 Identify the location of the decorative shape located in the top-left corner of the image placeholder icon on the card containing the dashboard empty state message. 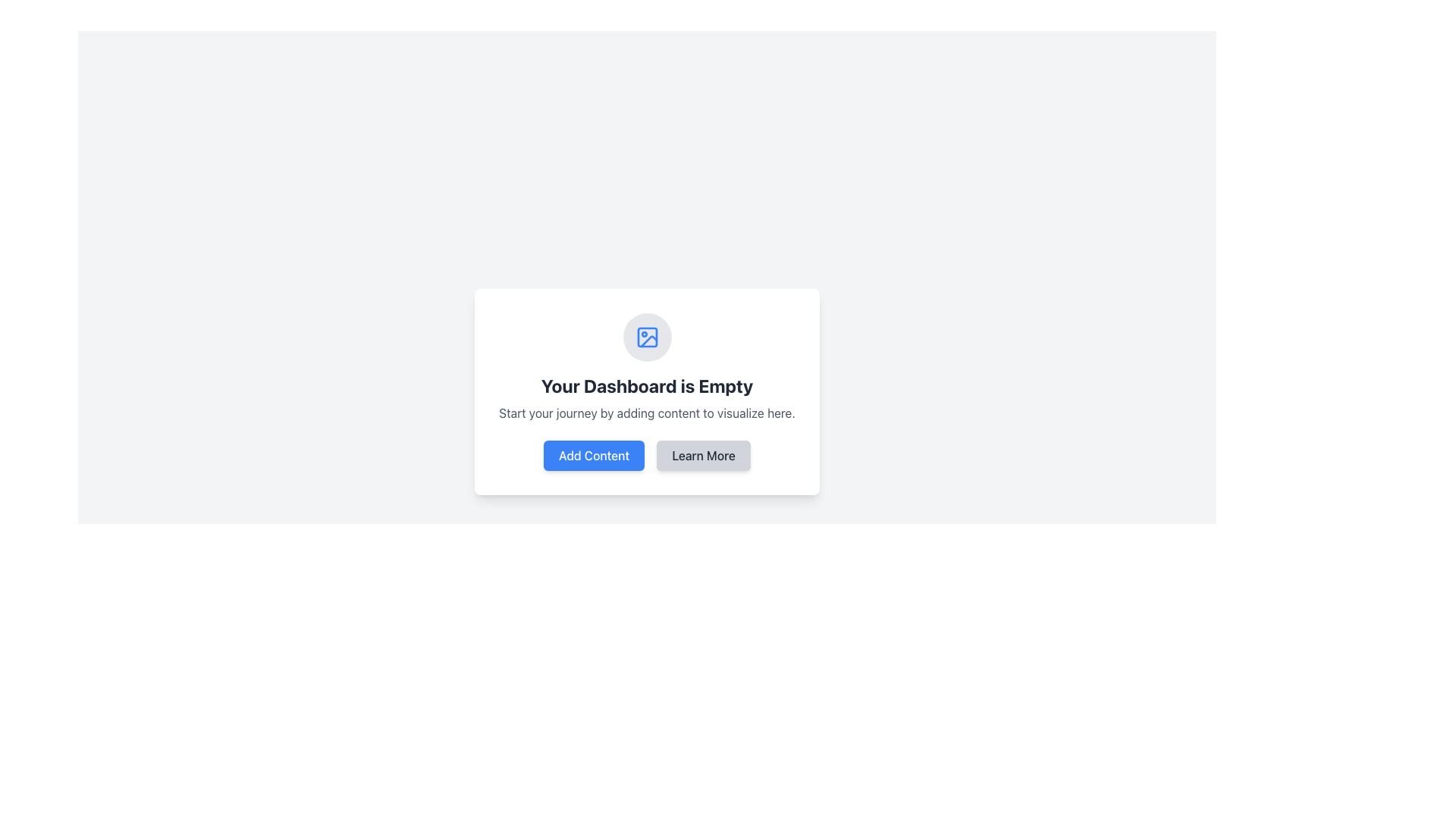
(647, 336).